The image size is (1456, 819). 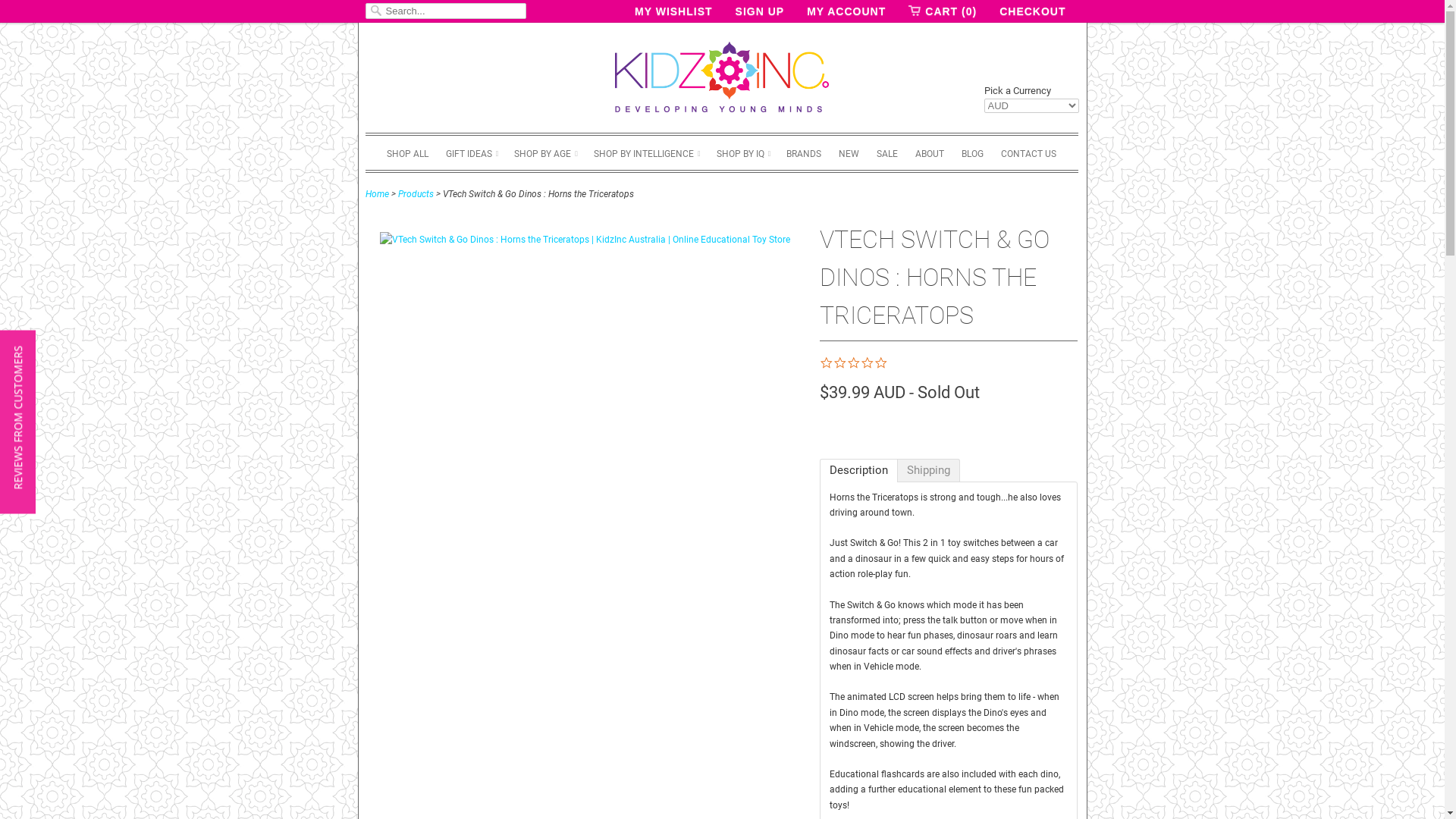 What do you see at coordinates (972, 152) in the screenshot?
I see `'BLOG'` at bounding box center [972, 152].